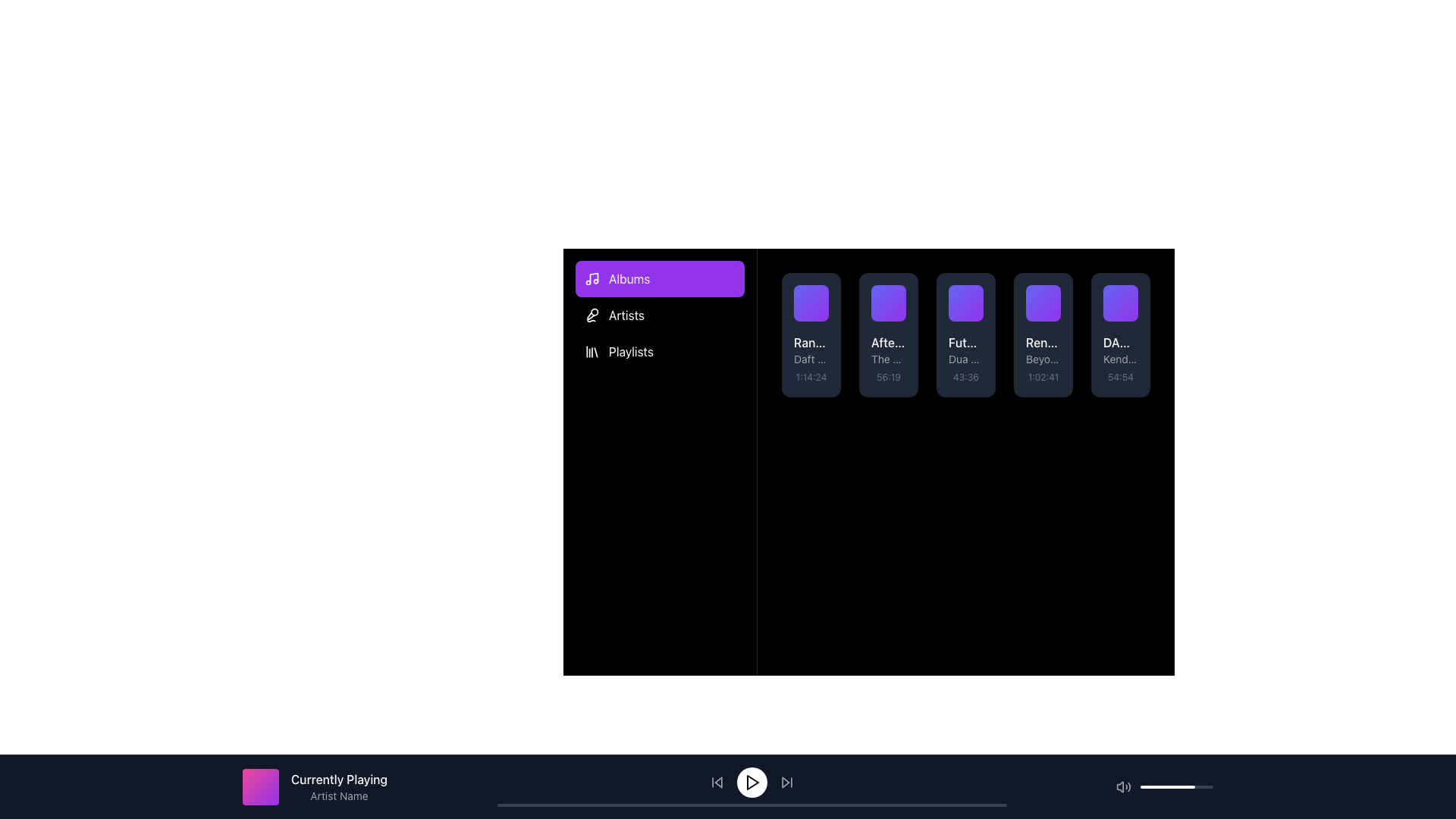  I want to click on the album card, so click(896, 294).